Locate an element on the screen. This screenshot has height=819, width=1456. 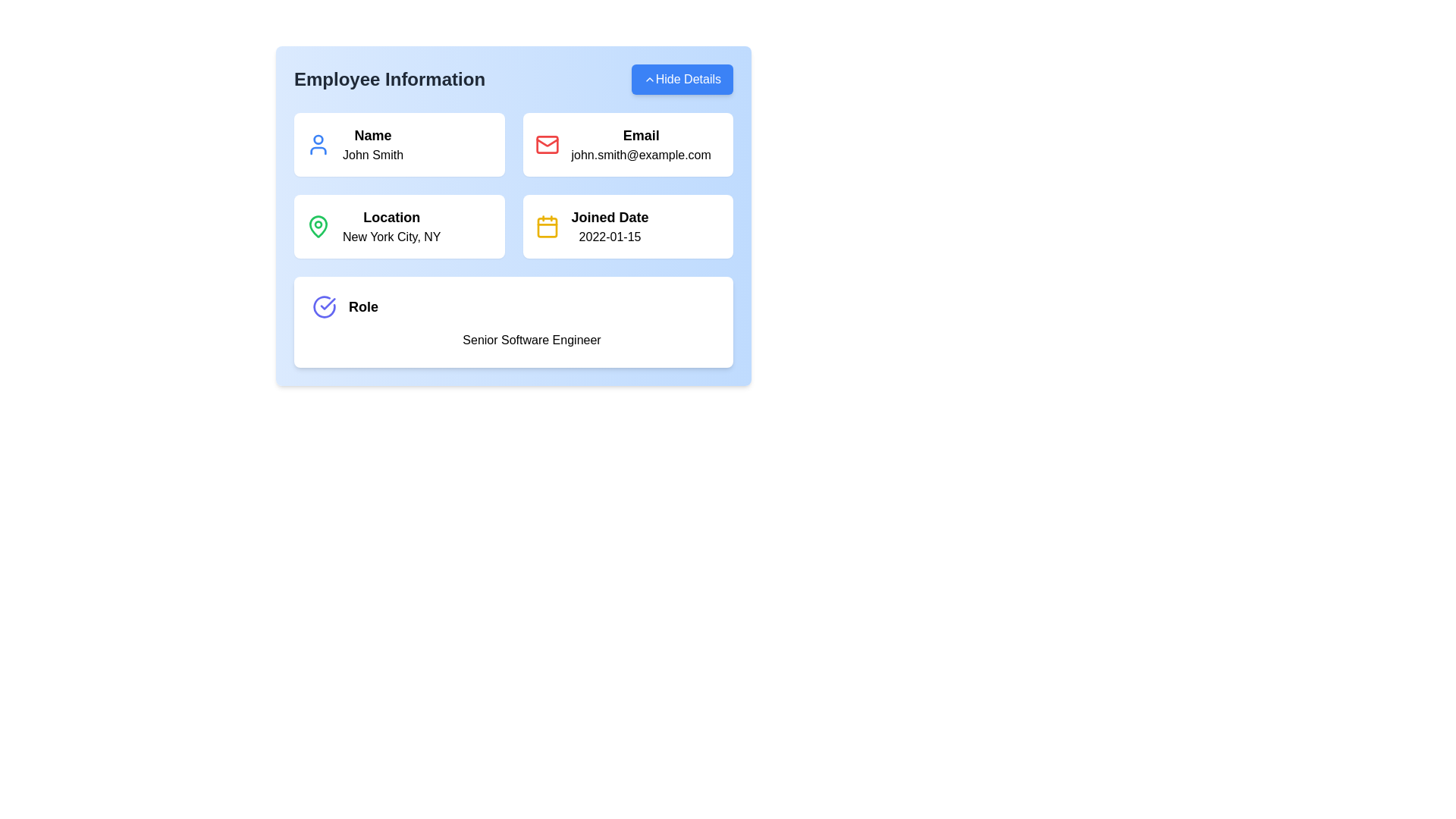
the 'Location' label, which is styled in bold and larger font, located in the 'Employee Information' panel above 'New York City, NY' is located at coordinates (391, 217).